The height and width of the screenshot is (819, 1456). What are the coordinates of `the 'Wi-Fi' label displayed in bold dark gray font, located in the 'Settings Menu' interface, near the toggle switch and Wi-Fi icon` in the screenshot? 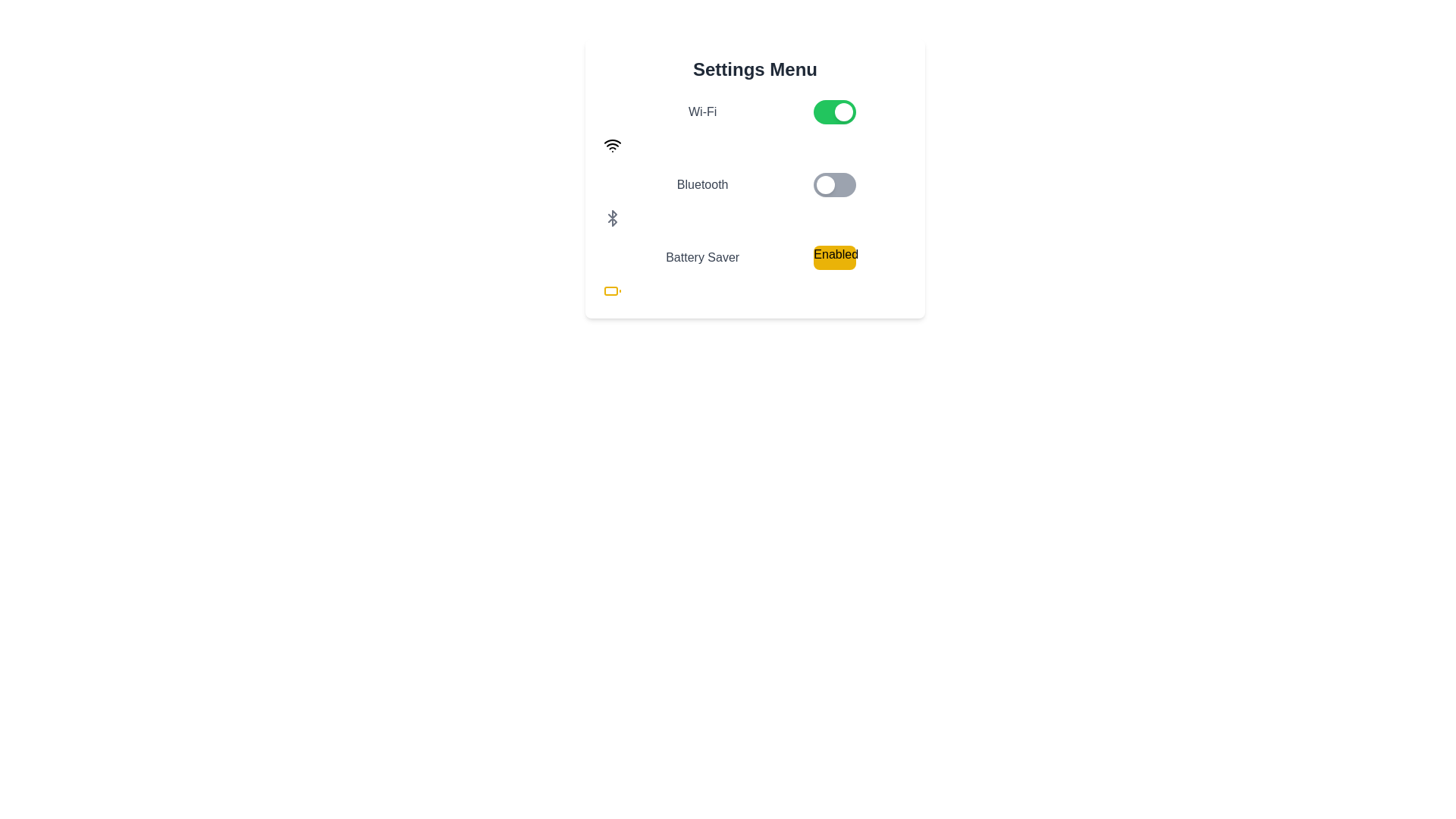 It's located at (701, 111).